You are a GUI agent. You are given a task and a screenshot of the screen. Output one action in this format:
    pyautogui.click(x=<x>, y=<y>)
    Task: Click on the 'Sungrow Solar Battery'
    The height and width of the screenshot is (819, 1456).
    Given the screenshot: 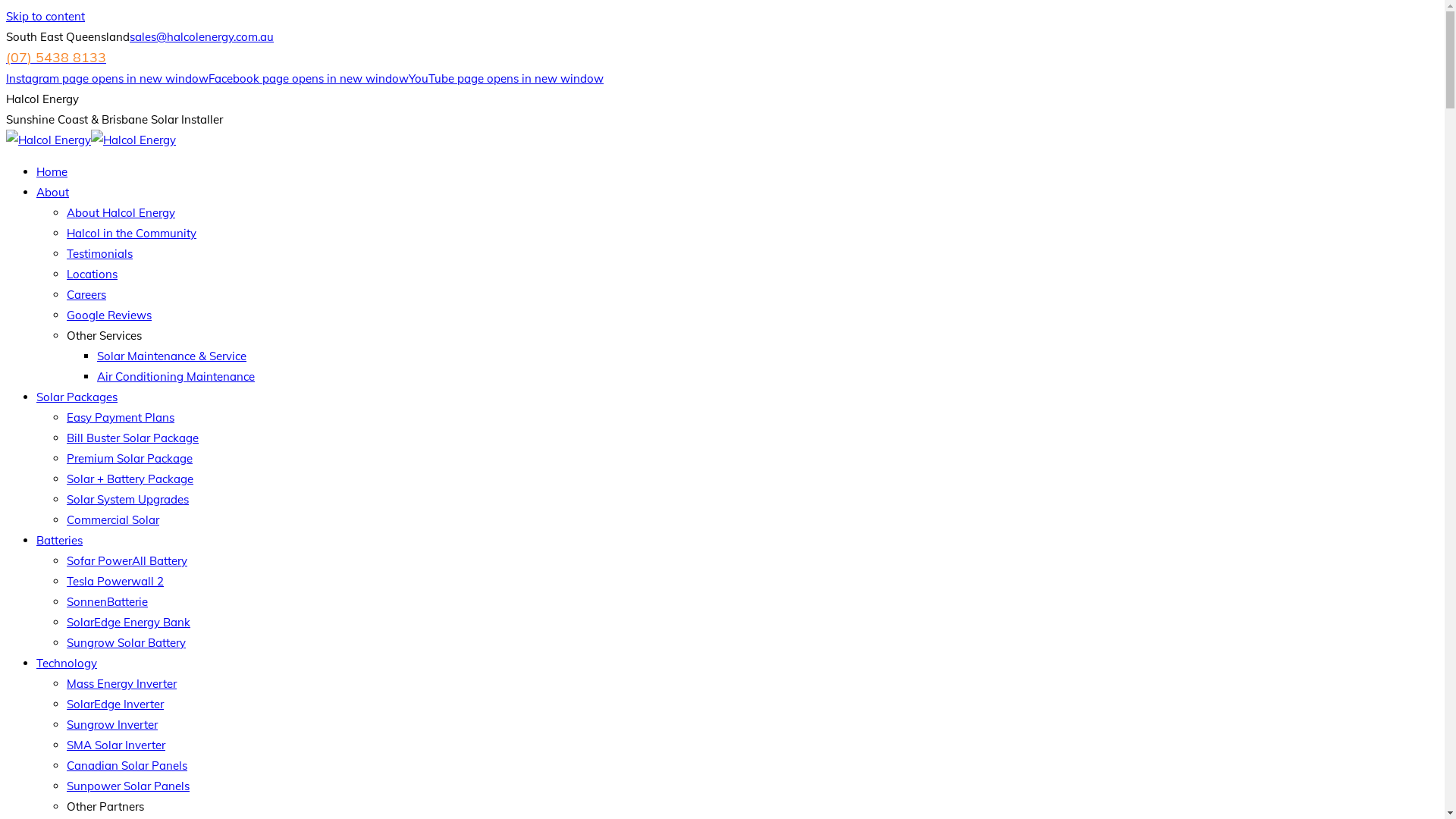 What is the action you would take?
    pyautogui.click(x=126, y=642)
    